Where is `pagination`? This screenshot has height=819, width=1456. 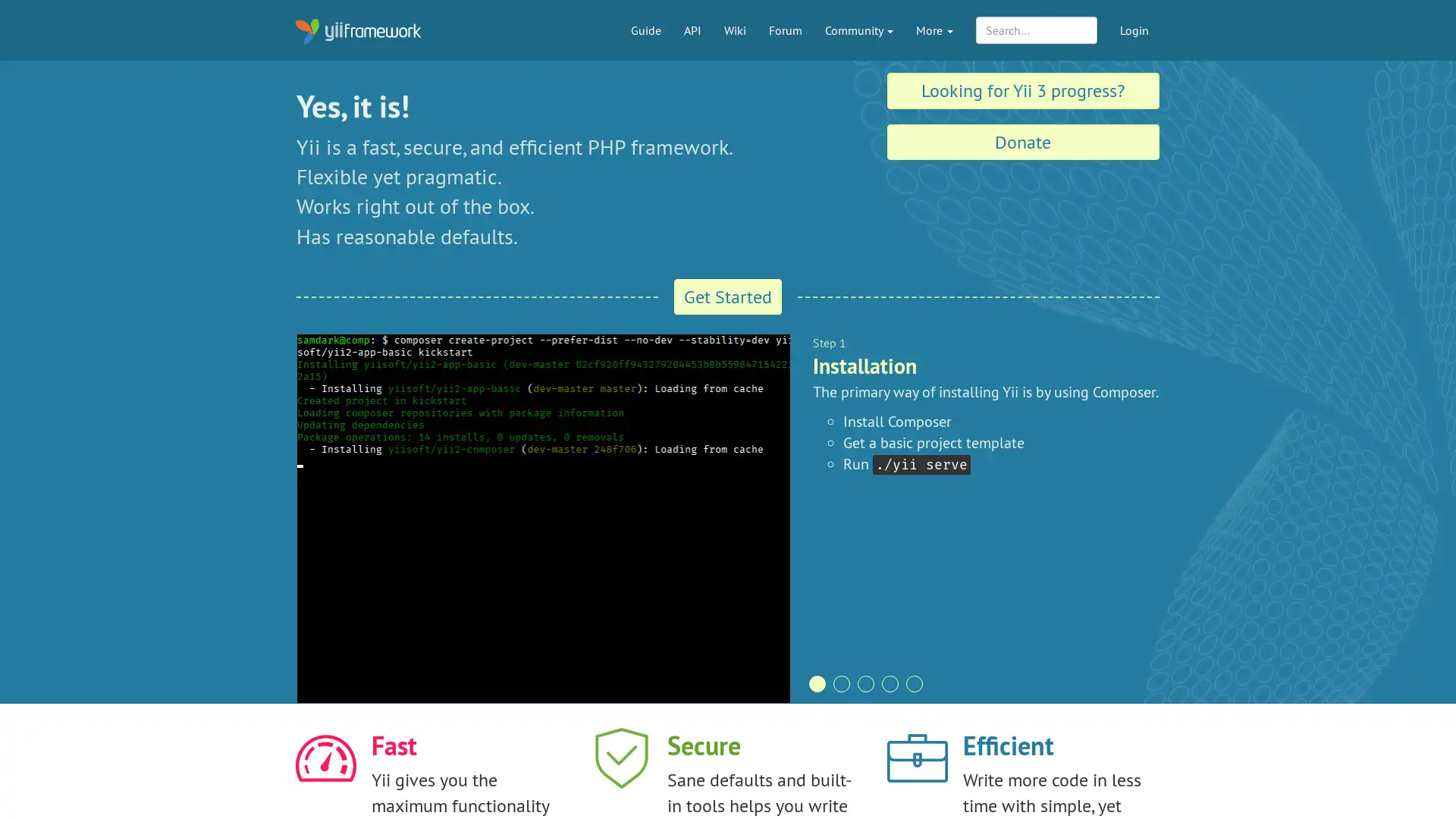 pagination is located at coordinates (840, 684).